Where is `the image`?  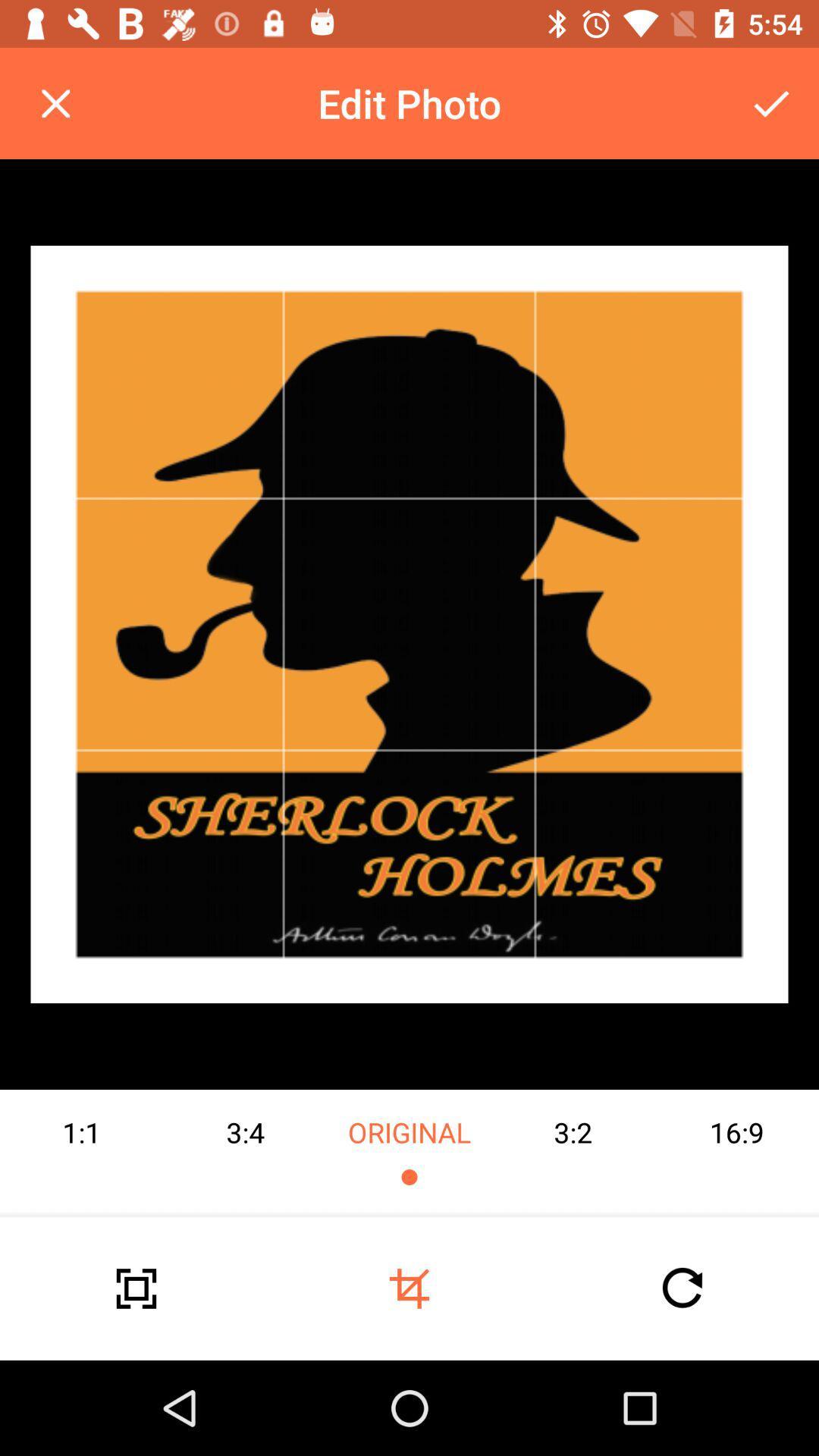
the image is located at coordinates (409, 624).